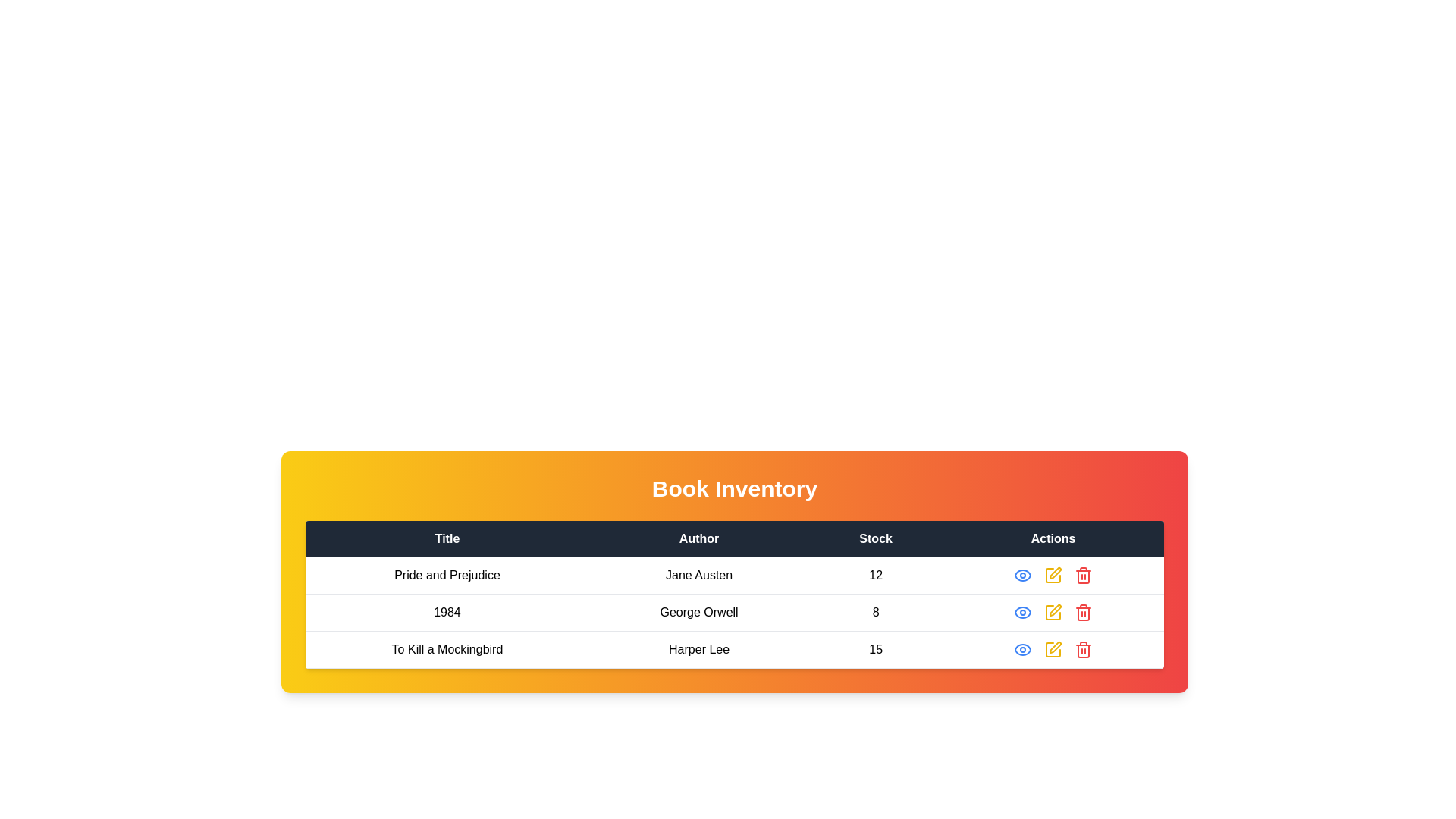  Describe the element at coordinates (1022, 611) in the screenshot. I see `the eye-shaped icon with a blue color located in the 'Actions' column, second row of the table to preview details` at that location.